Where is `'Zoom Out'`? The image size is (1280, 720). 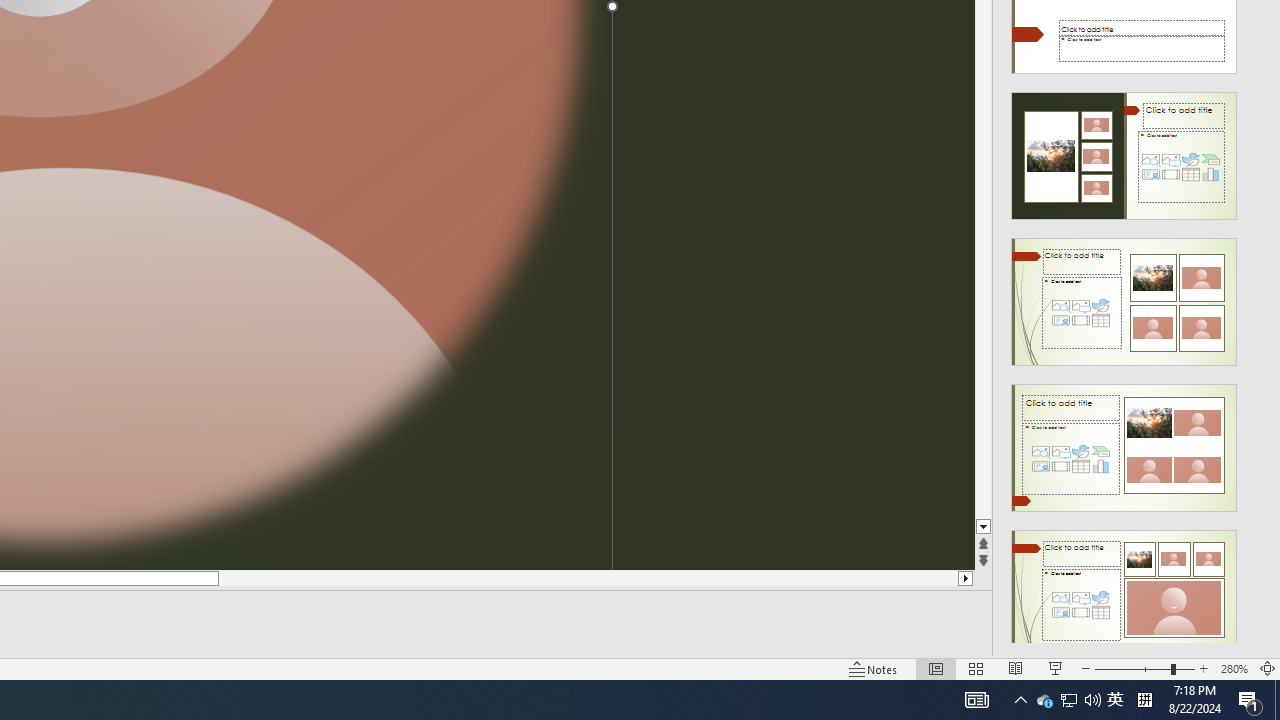 'Zoom Out' is located at coordinates (1132, 669).